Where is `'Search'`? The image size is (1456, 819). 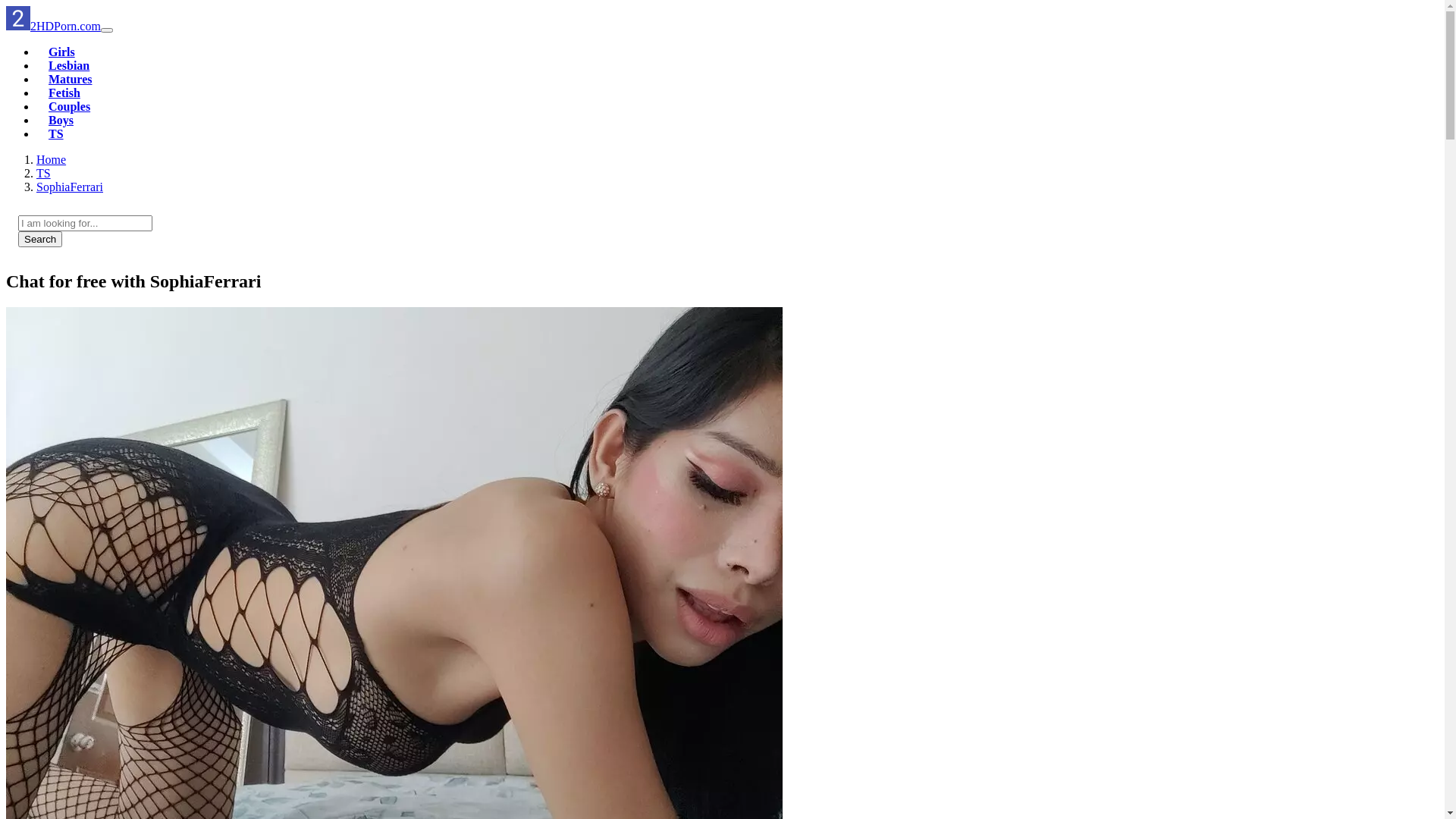
'Search' is located at coordinates (39, 239).